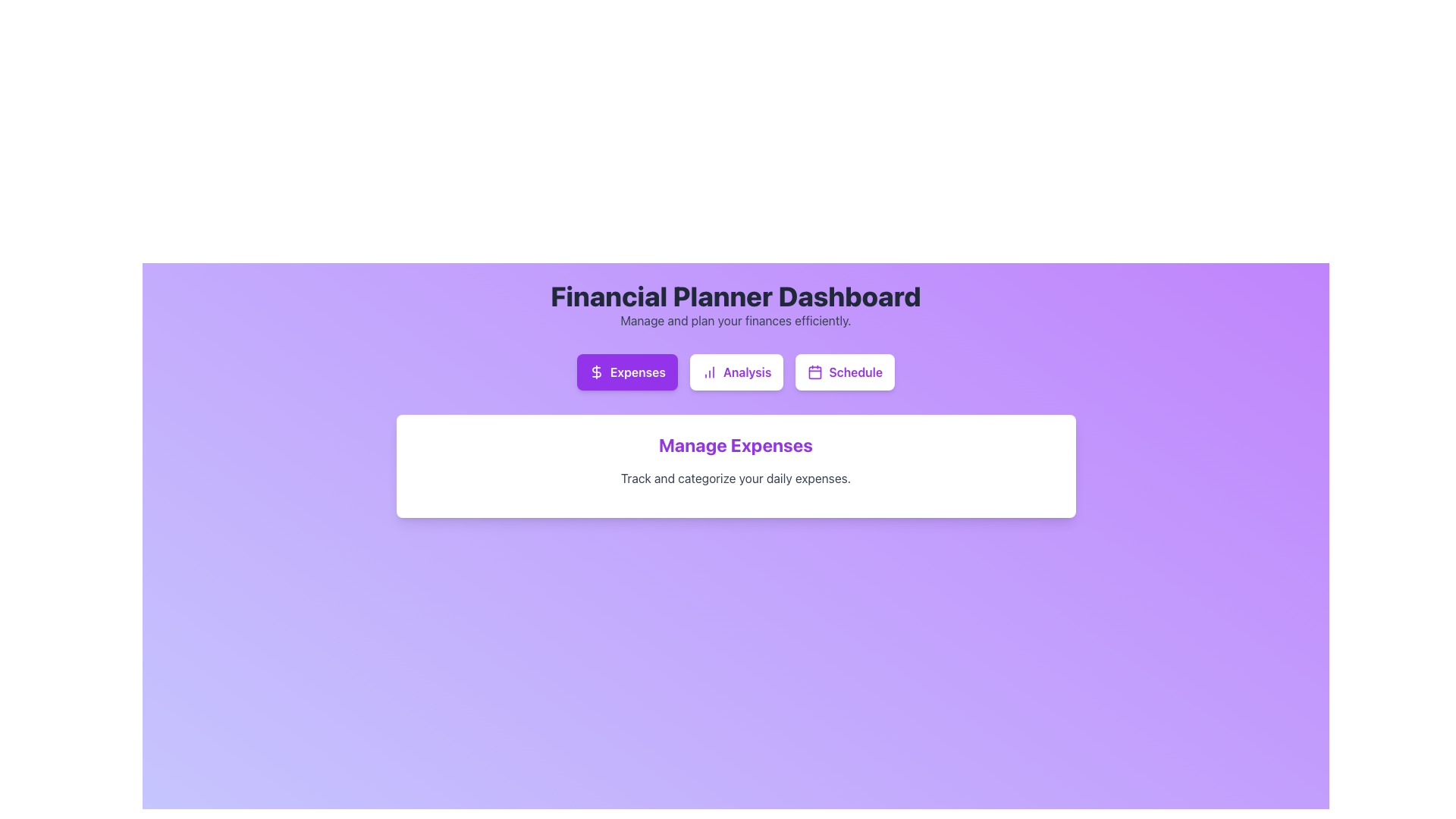 This screenshot has width=1456, height=819. I want to click on the icon representing analysis or statistics, which is positioned to the left of the 'Analysis' text within the middle button of three buttons labeled 'Expenses', 'Analysis', and 'Schedule', so click(708, 372).